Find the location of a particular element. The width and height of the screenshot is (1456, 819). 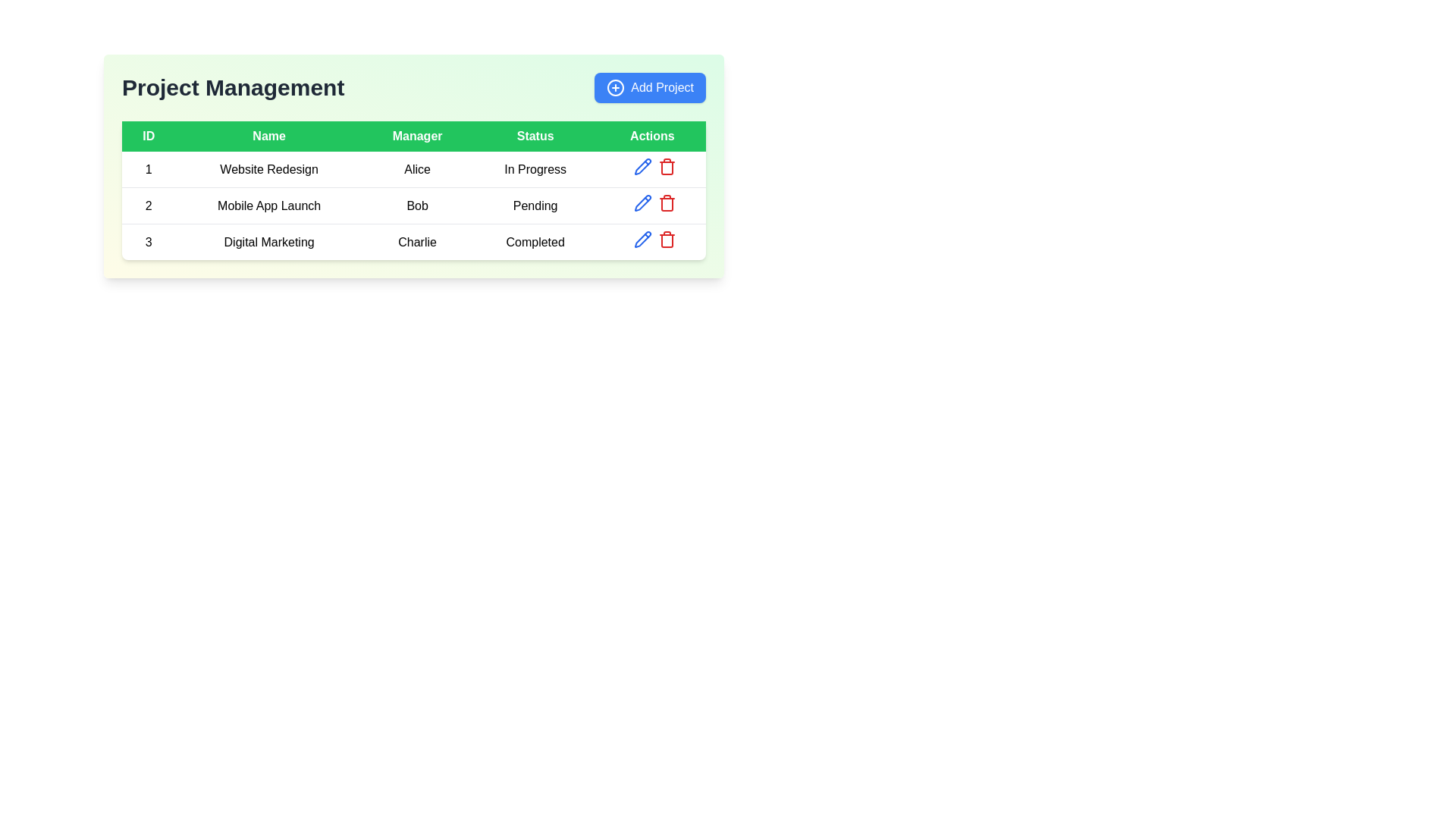

the red trash bin icon in the Actions column of the third row associated with the 'Digital Marketing' project managed by 'Charlie' is located at coordinates (667, 239).